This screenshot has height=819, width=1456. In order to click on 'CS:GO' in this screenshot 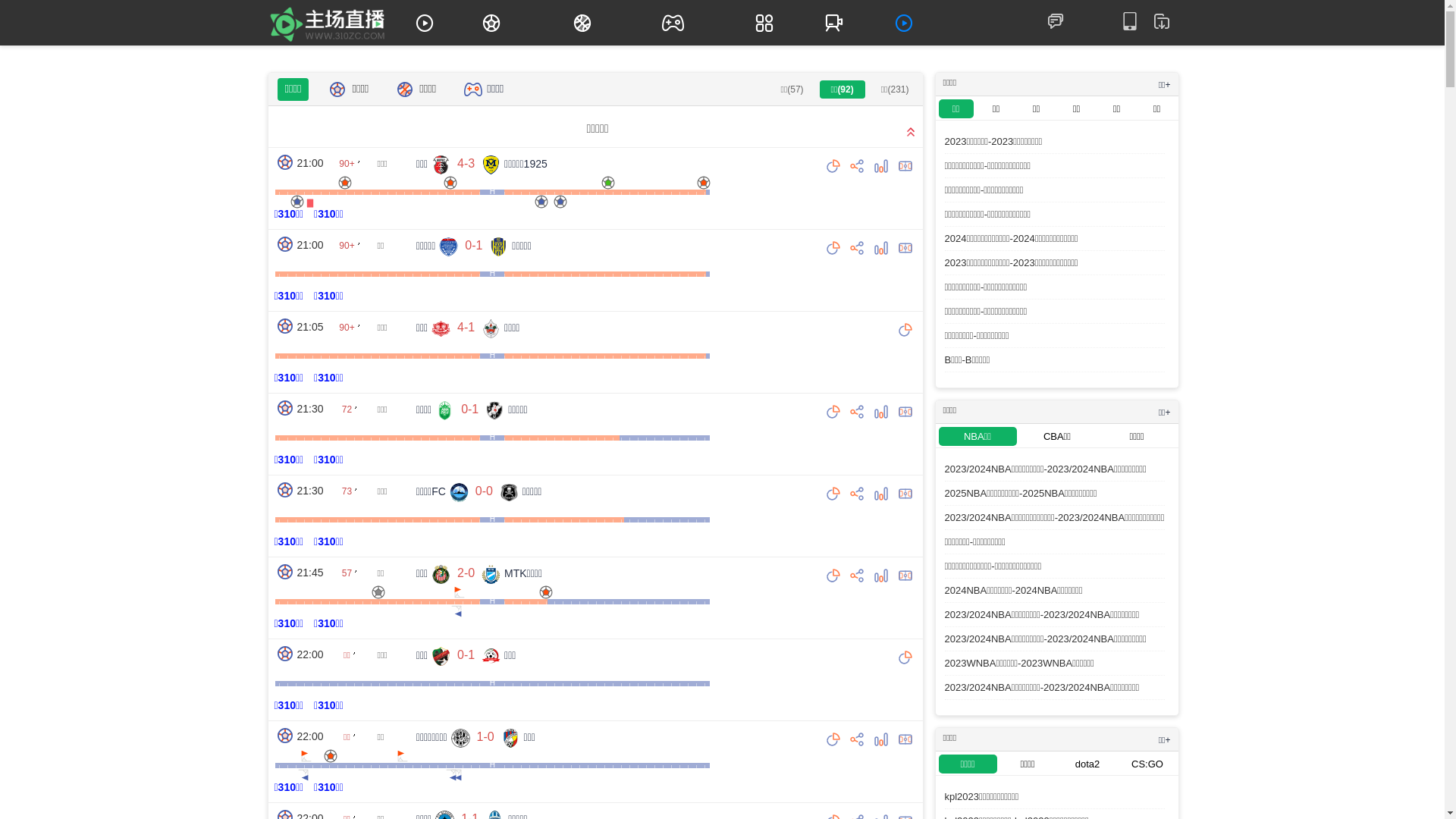, I will do `click(1117, 764)`.